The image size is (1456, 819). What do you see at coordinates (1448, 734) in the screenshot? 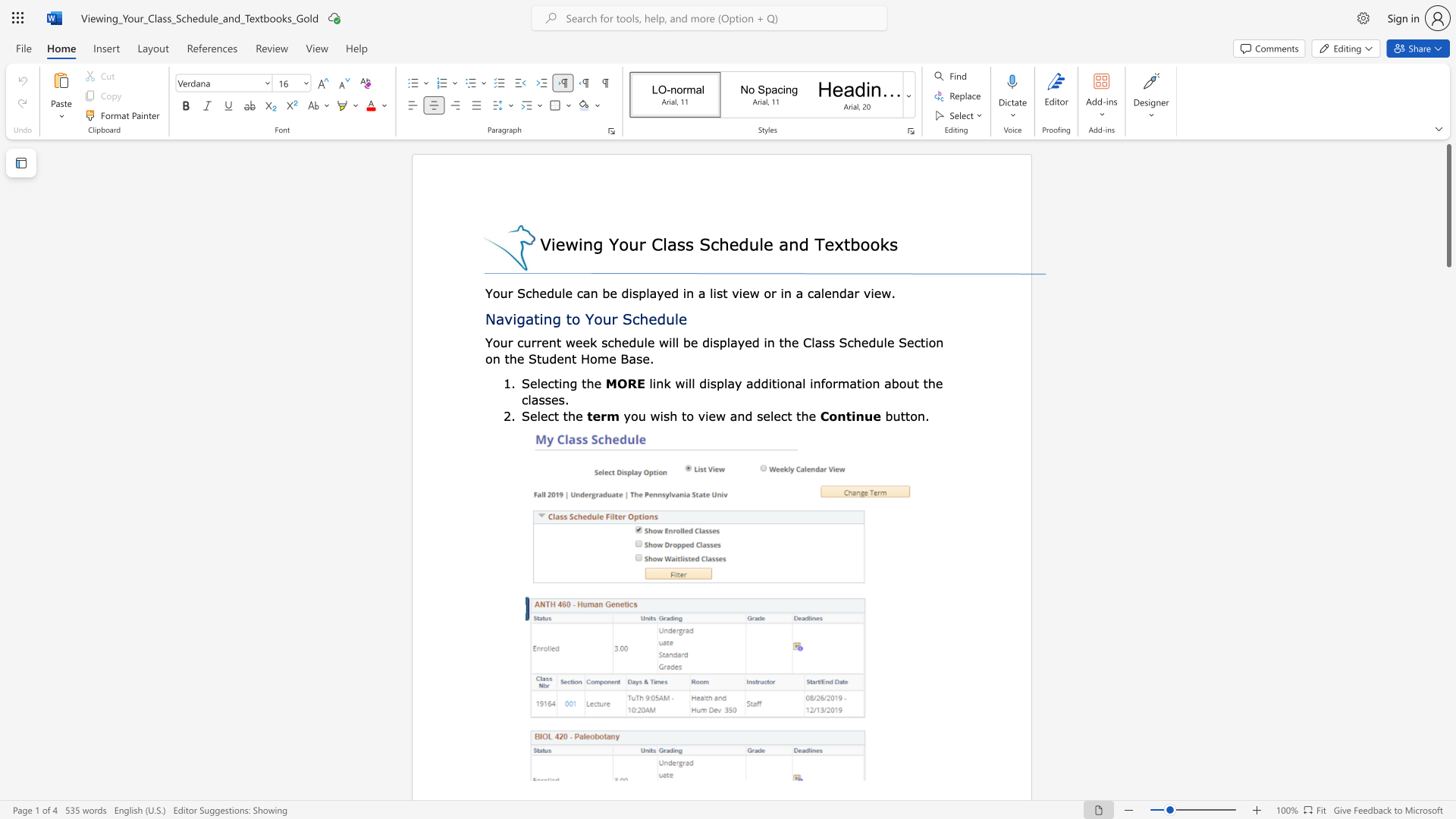
I see `the scrollbar on the side` at bounding box center [1448, 734].